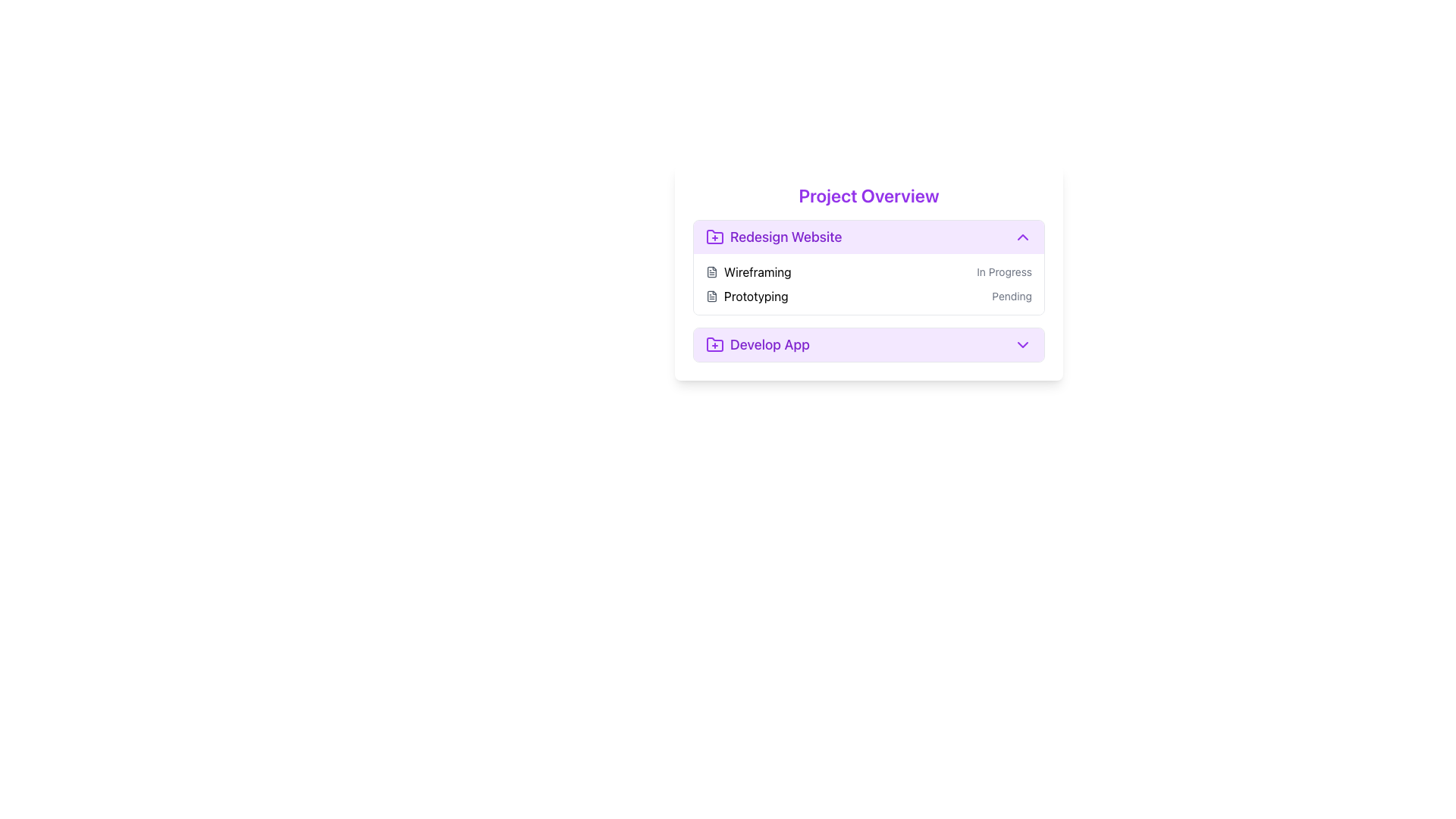 The height and width of the screenshot is (819, 1456). Describe the element at coordinates (786, 237) in the screenshot. I see `the text label displaying the title 'Redesign Website' which is located inside the expandable section labeled 'Redesign Website' and is positioned below 'Project Overview'` at that location.